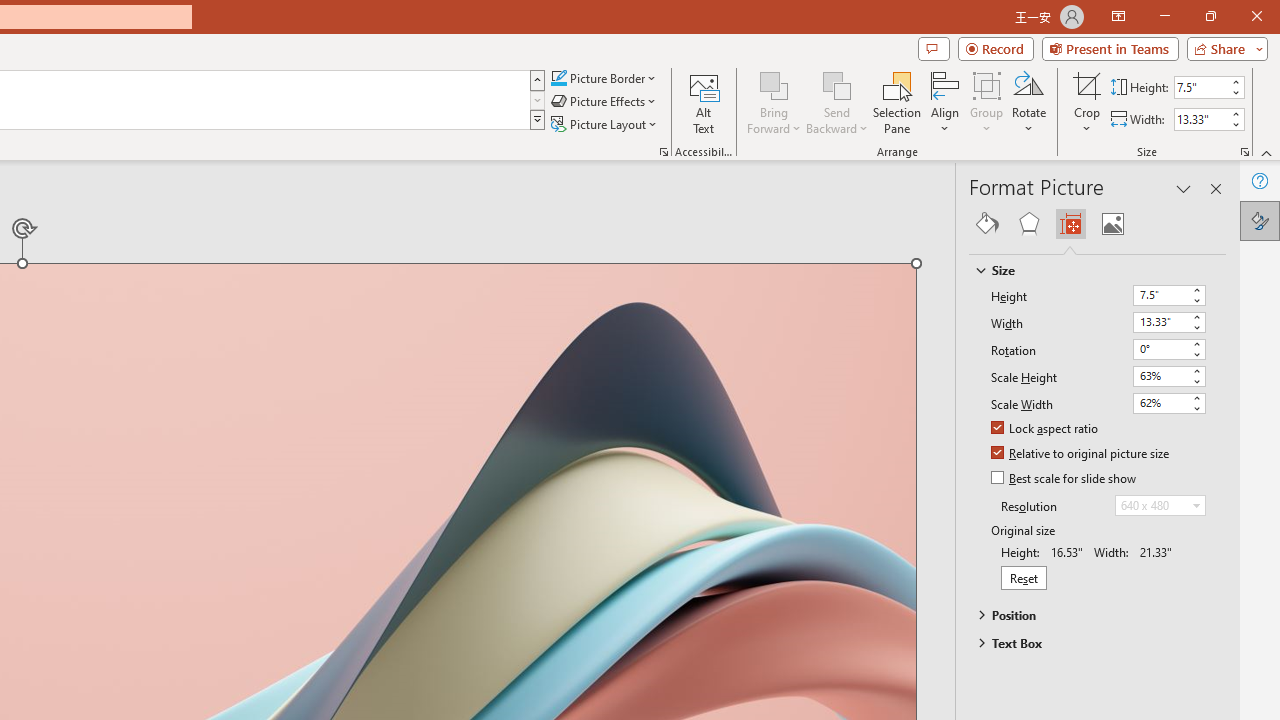 This screenshot has width=1280, height=720. Describe the element at coordinates (1086, 103) in the screenshot. I see `'Crop'` at that location.